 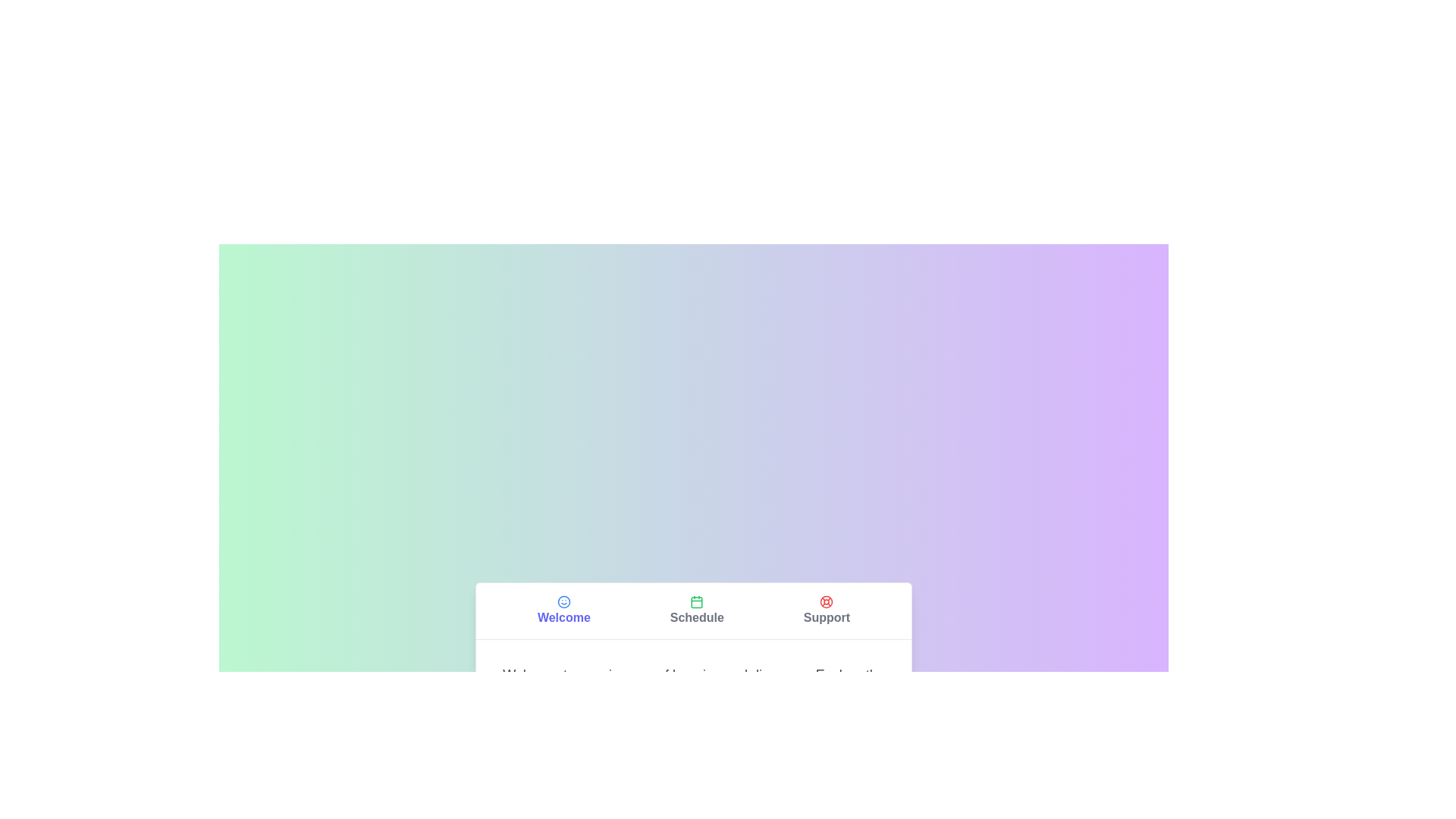 I want to click on the tab labeled Schedule to observe the visual transition, so click(x=696, y=610).